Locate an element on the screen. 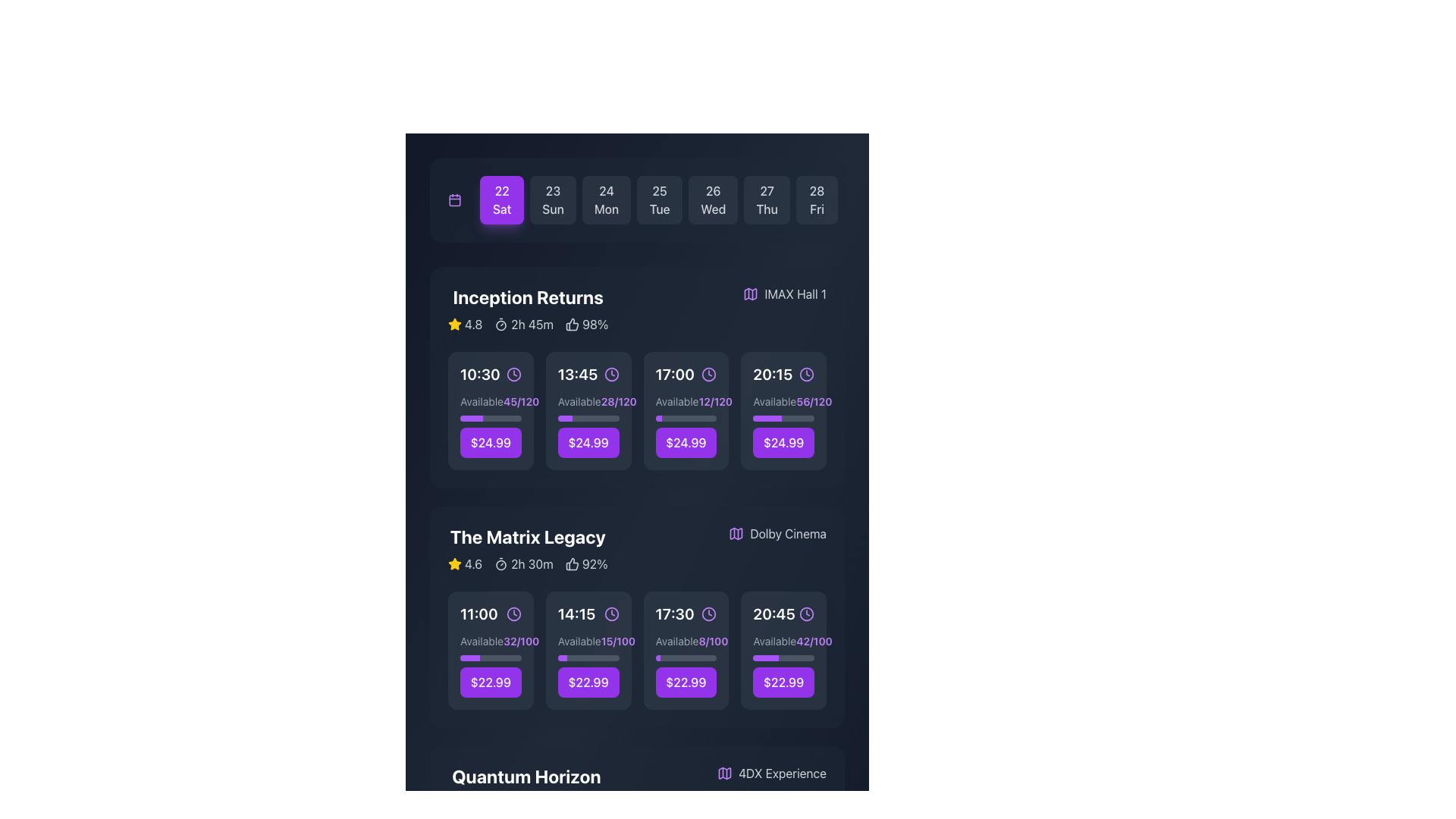 This screenshot has width=1456, height=819. the text element indicating seat availability for the '14:15' showtime of 'The Matrix Legacy', located in the second row of the showtime cards is located at coordinates (588, 641).